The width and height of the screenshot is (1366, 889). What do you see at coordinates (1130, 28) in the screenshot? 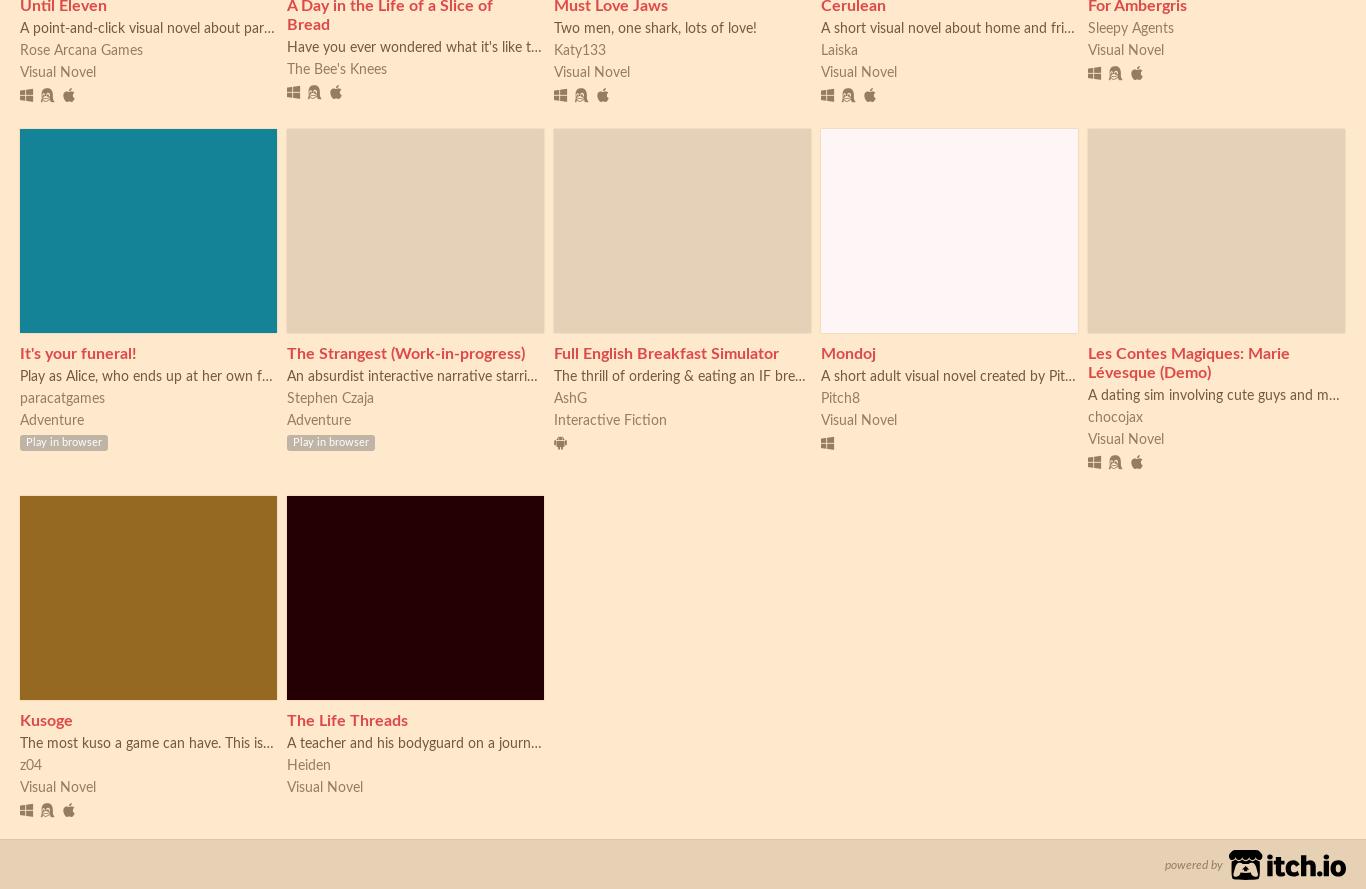
I see `'Sleepy Agents'` at bounding box center [1130, 28].